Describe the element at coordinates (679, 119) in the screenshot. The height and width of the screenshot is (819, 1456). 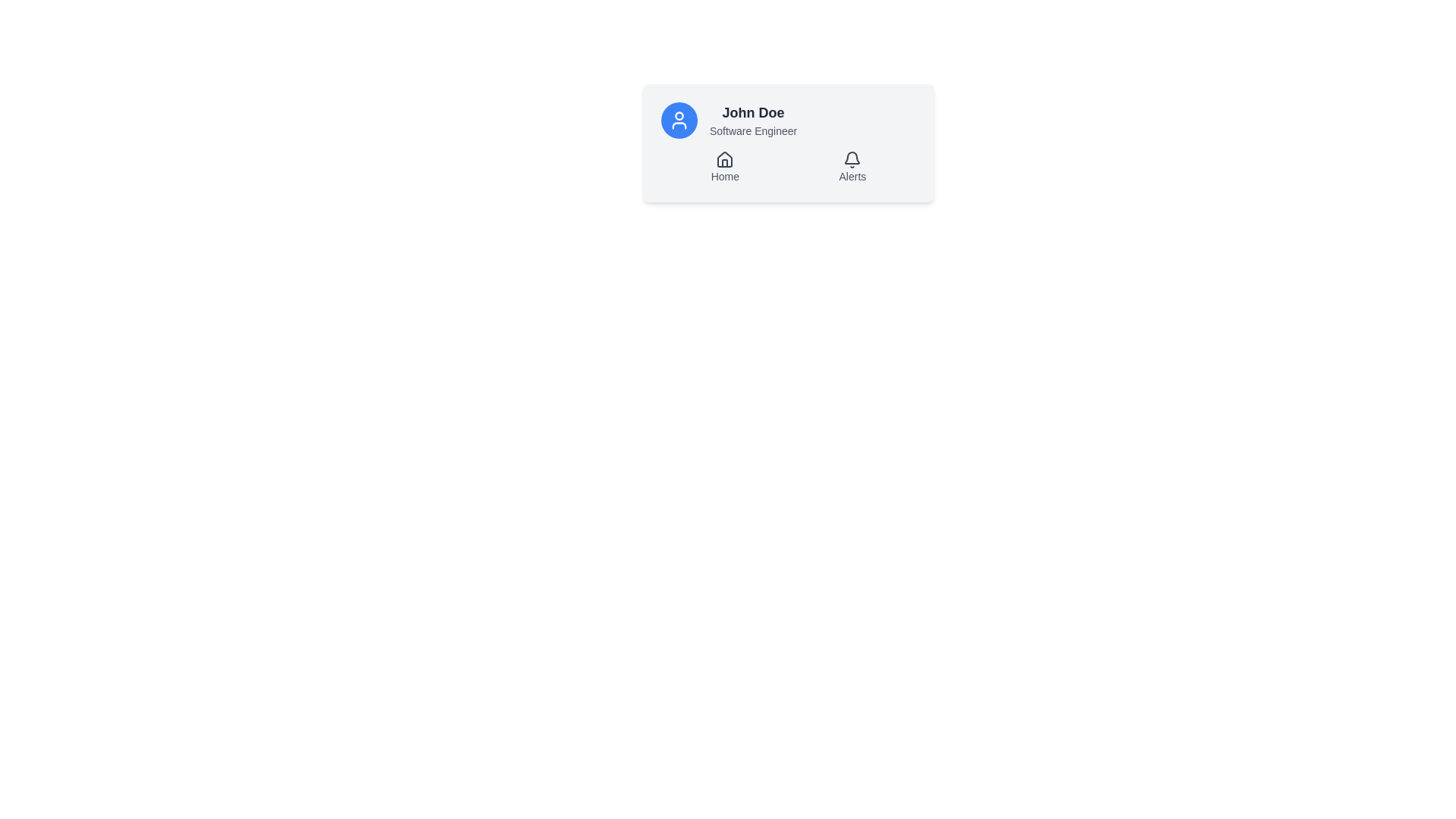
I see `the User profile icon, which is a circular blue background representing the user profile image adjacent to the text 'John Doe' and 'Software Engineer'` at that location.